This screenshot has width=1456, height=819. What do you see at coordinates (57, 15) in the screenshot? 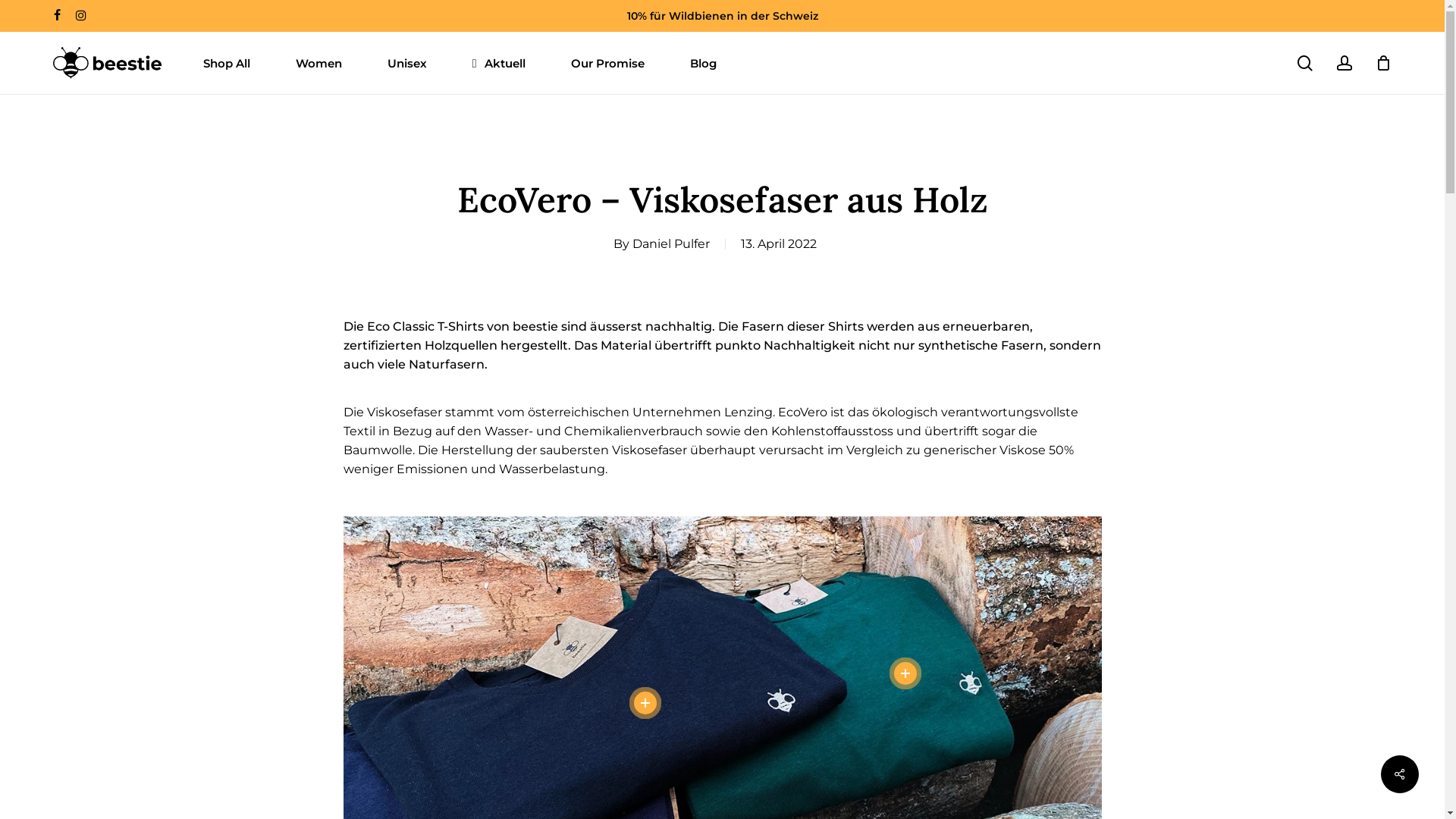
I see `'facebook'` at bounding box center [57, 15].